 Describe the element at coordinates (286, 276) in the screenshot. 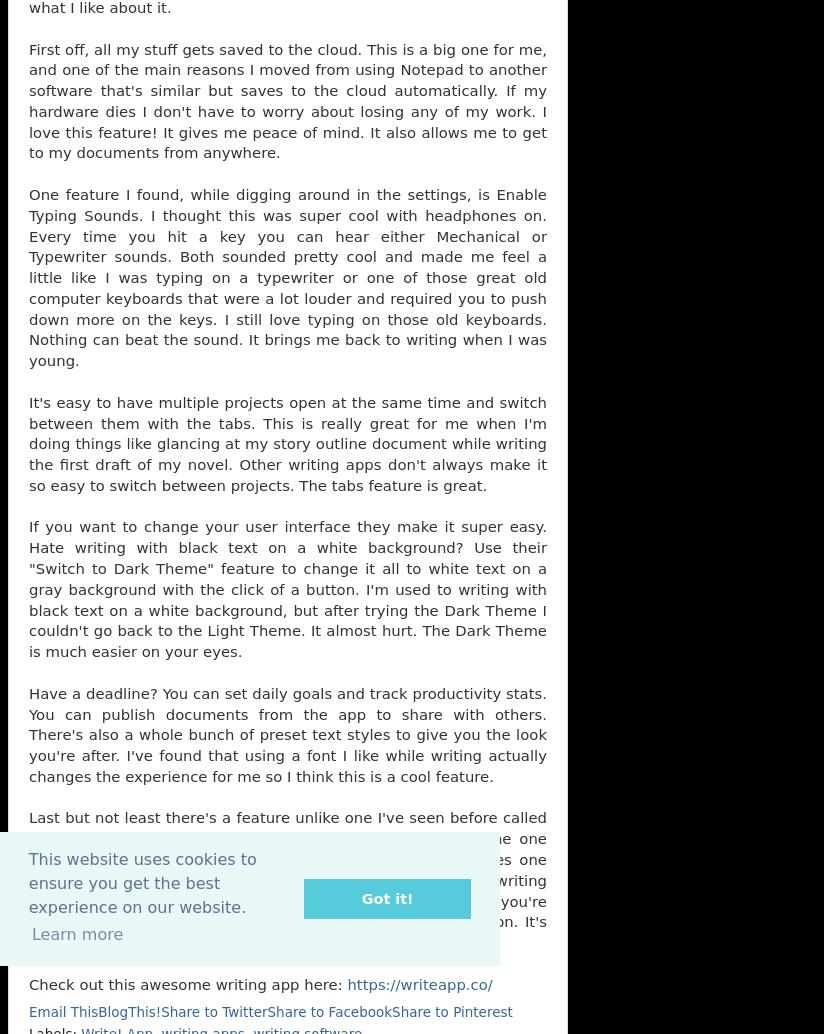

I see `'One feature I found, while digging around in the settings, is Enable Typing Sounds. I thought this was super cool with headphones on. Every time you hit a key you can hear either Mechanical or Typewriter sounds. Both sounded pretty cool and made me feel a little like I was typing on a typewriter or one of those great old computer keyboards that were a lot louder and required you to push down more on the keys. I still love typing on those old keyboards. Nothing can beat the sound. It brings me back to writing when I was young.'` at that location.